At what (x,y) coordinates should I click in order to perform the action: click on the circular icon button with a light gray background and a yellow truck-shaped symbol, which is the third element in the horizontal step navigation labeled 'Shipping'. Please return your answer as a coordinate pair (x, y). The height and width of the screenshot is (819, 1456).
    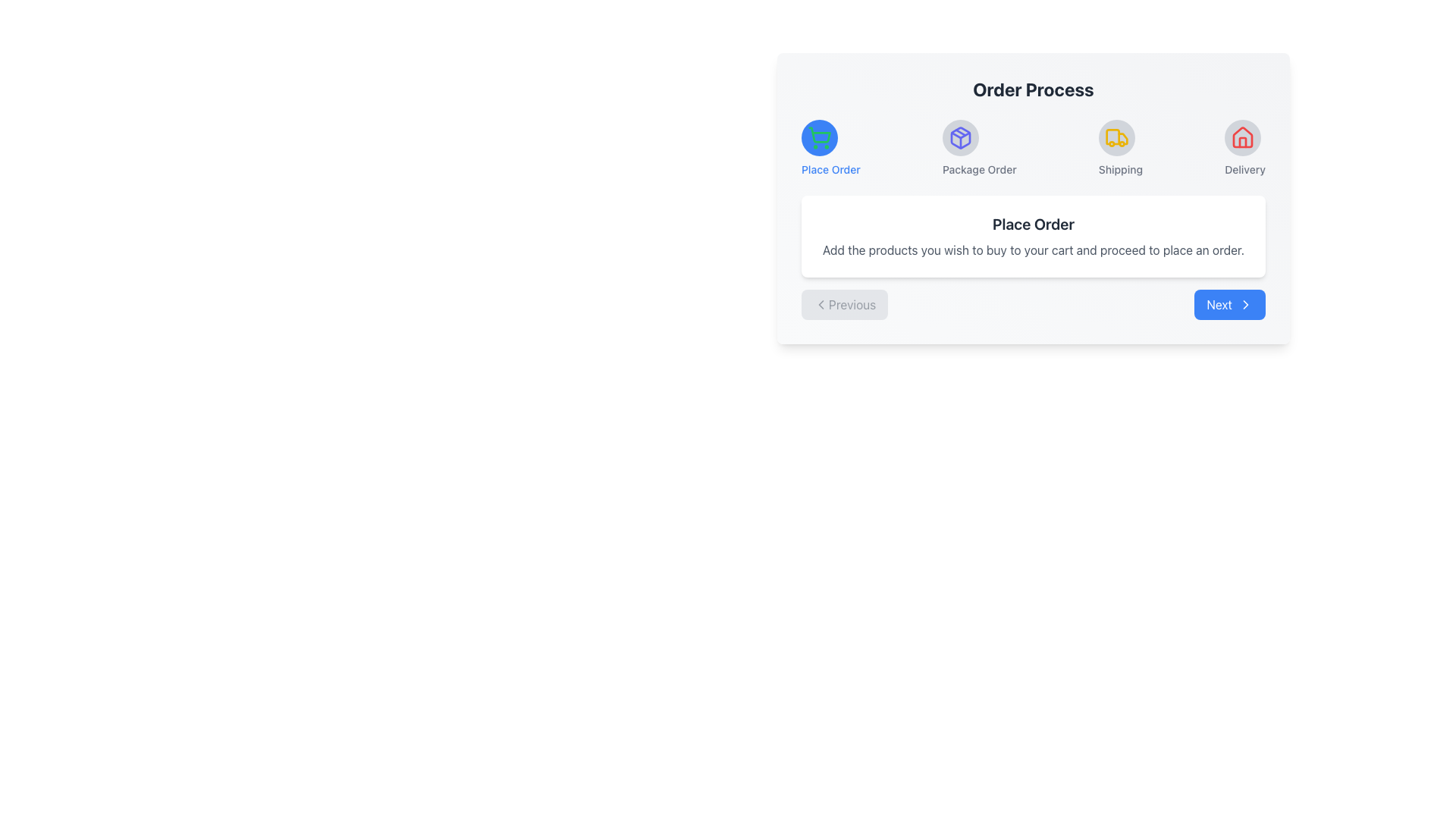
    Looking at the image, I should click on (1116, 137).